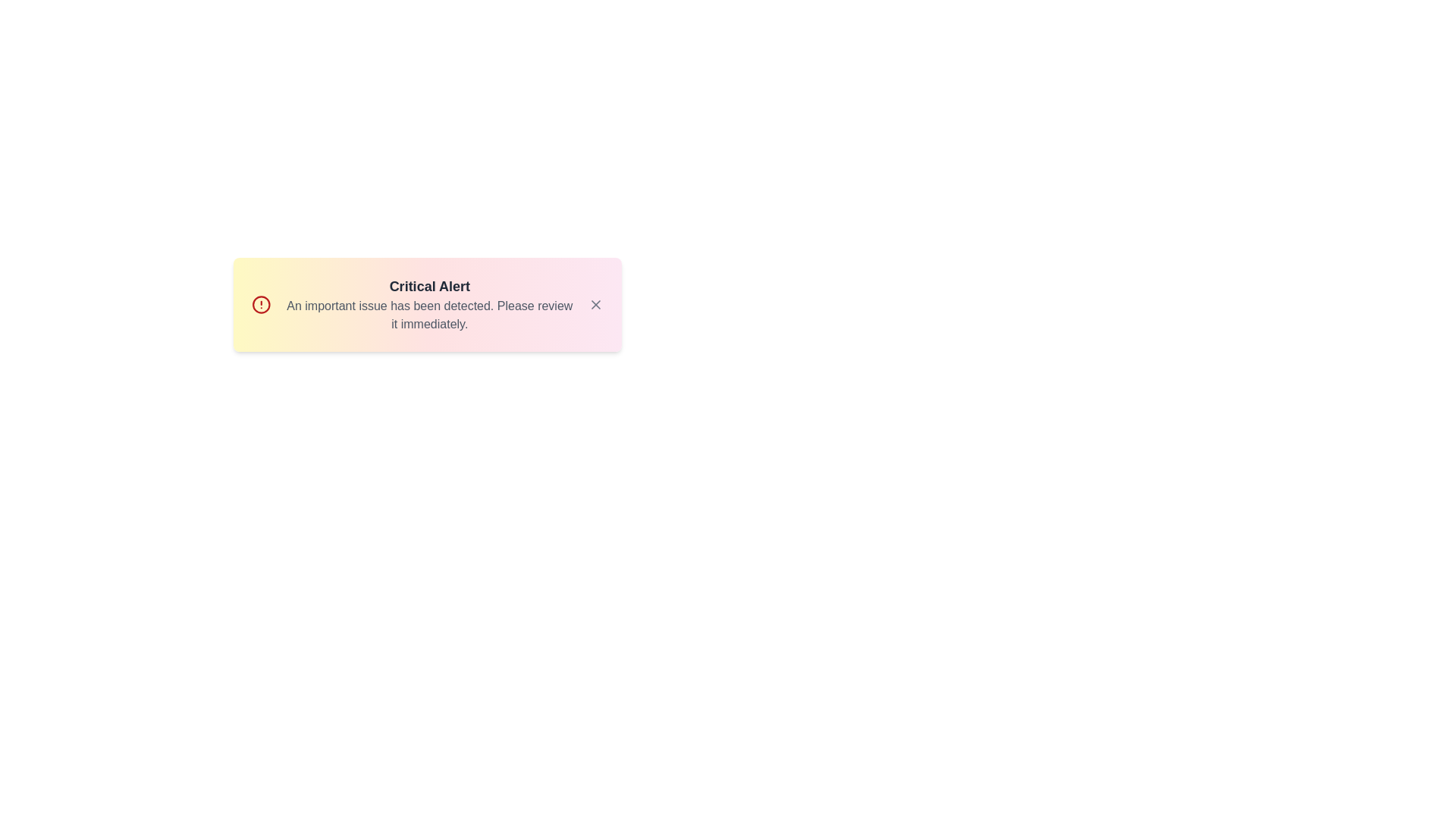 Image resolution: width=1456 pixels, height=819 pixels. I want to click on important message conveyed by the text located in the notification box under the bold-text heading 'Critical Alert', so click(428, 315).